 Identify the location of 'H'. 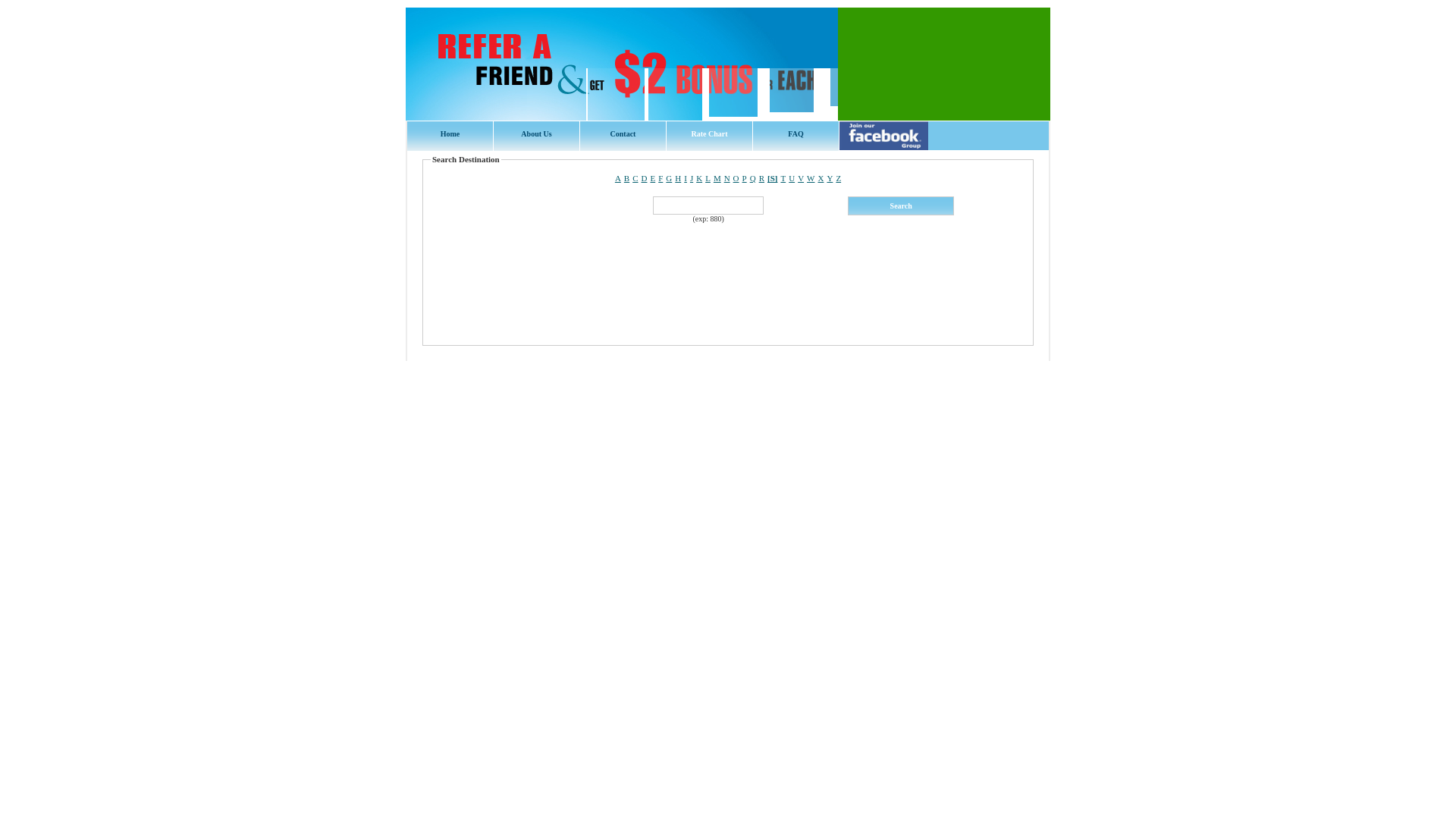
(673, 177).